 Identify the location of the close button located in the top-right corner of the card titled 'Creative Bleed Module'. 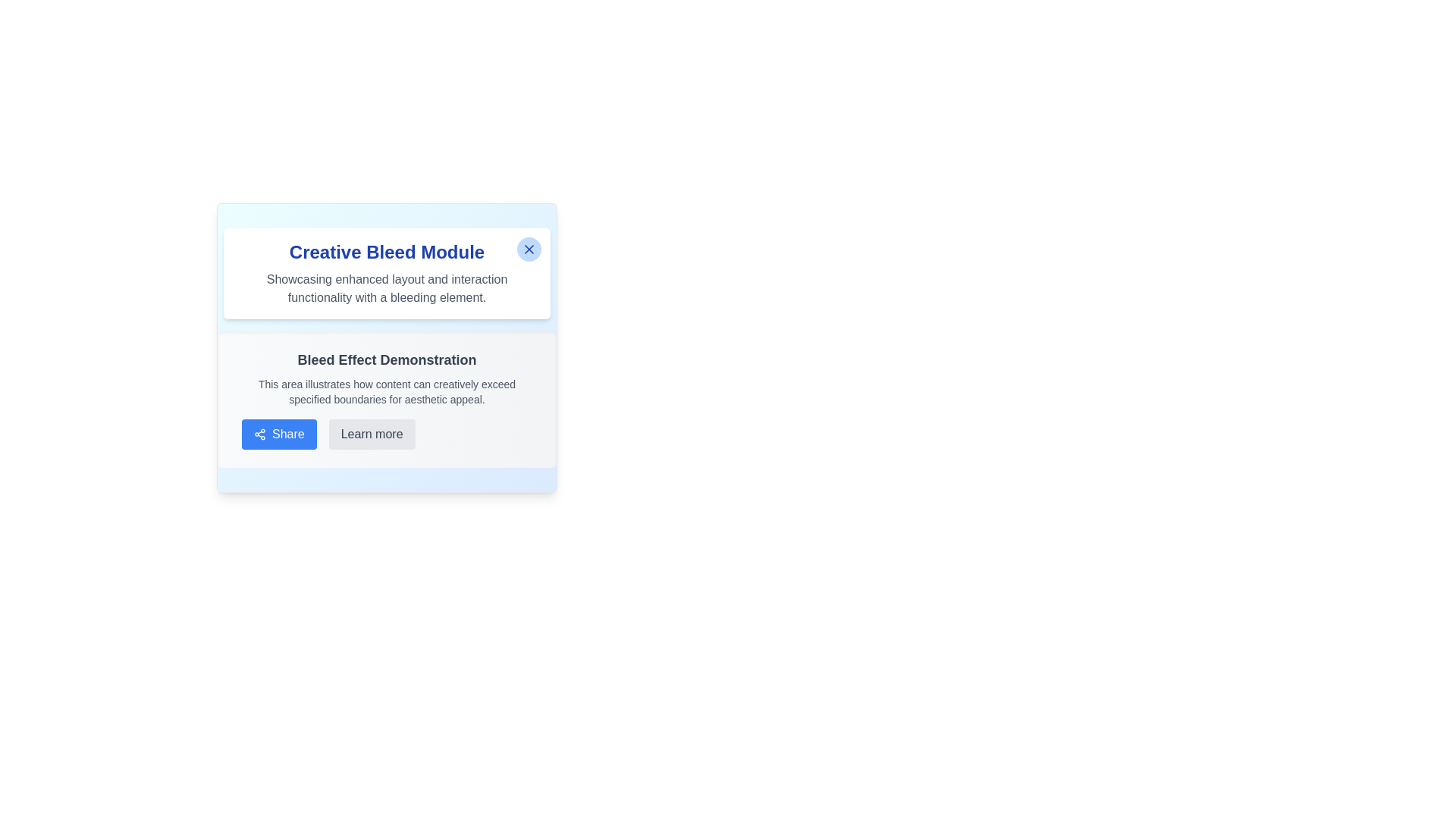
(529, 248).